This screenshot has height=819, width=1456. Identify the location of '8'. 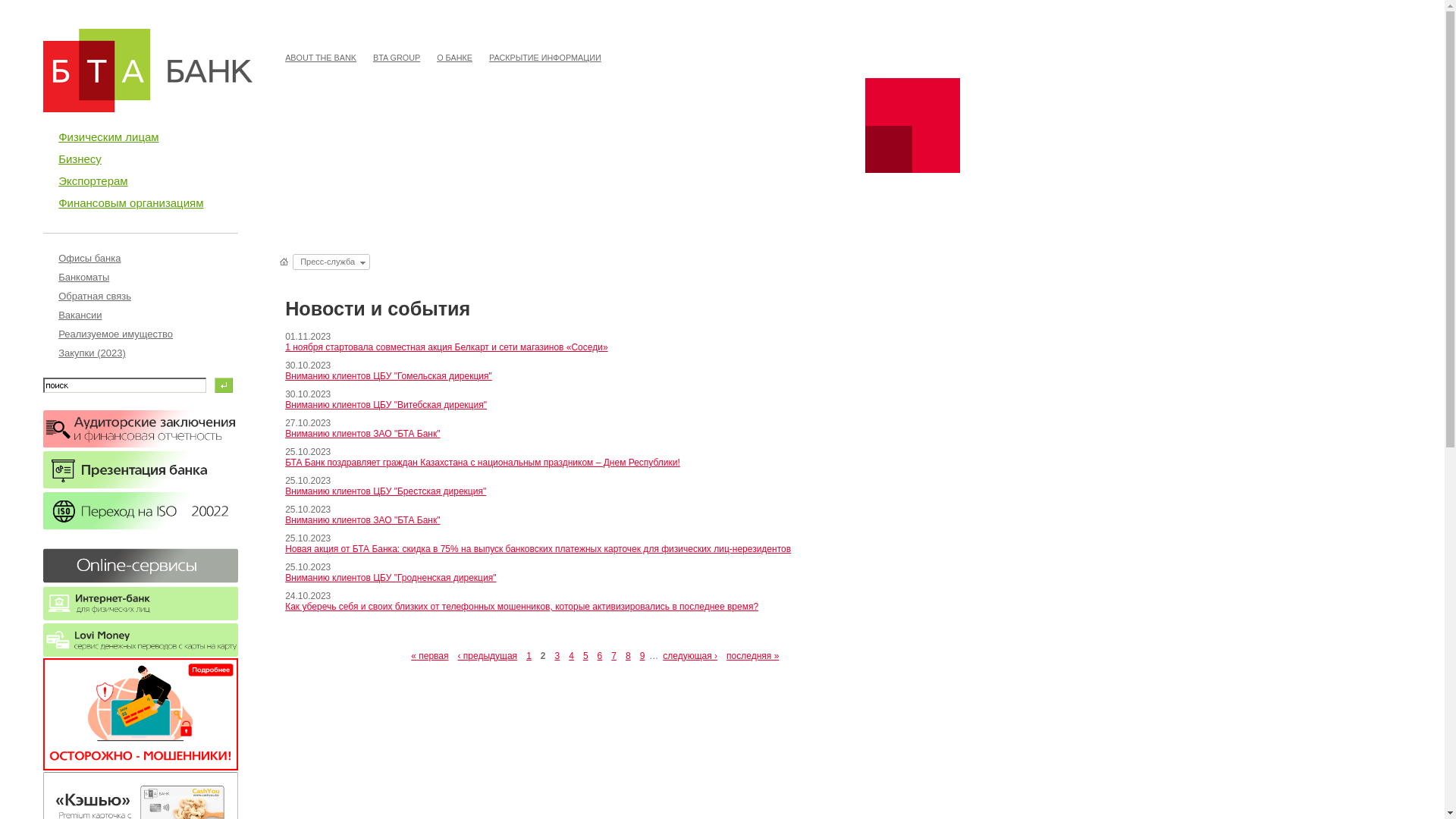
(628, 654).